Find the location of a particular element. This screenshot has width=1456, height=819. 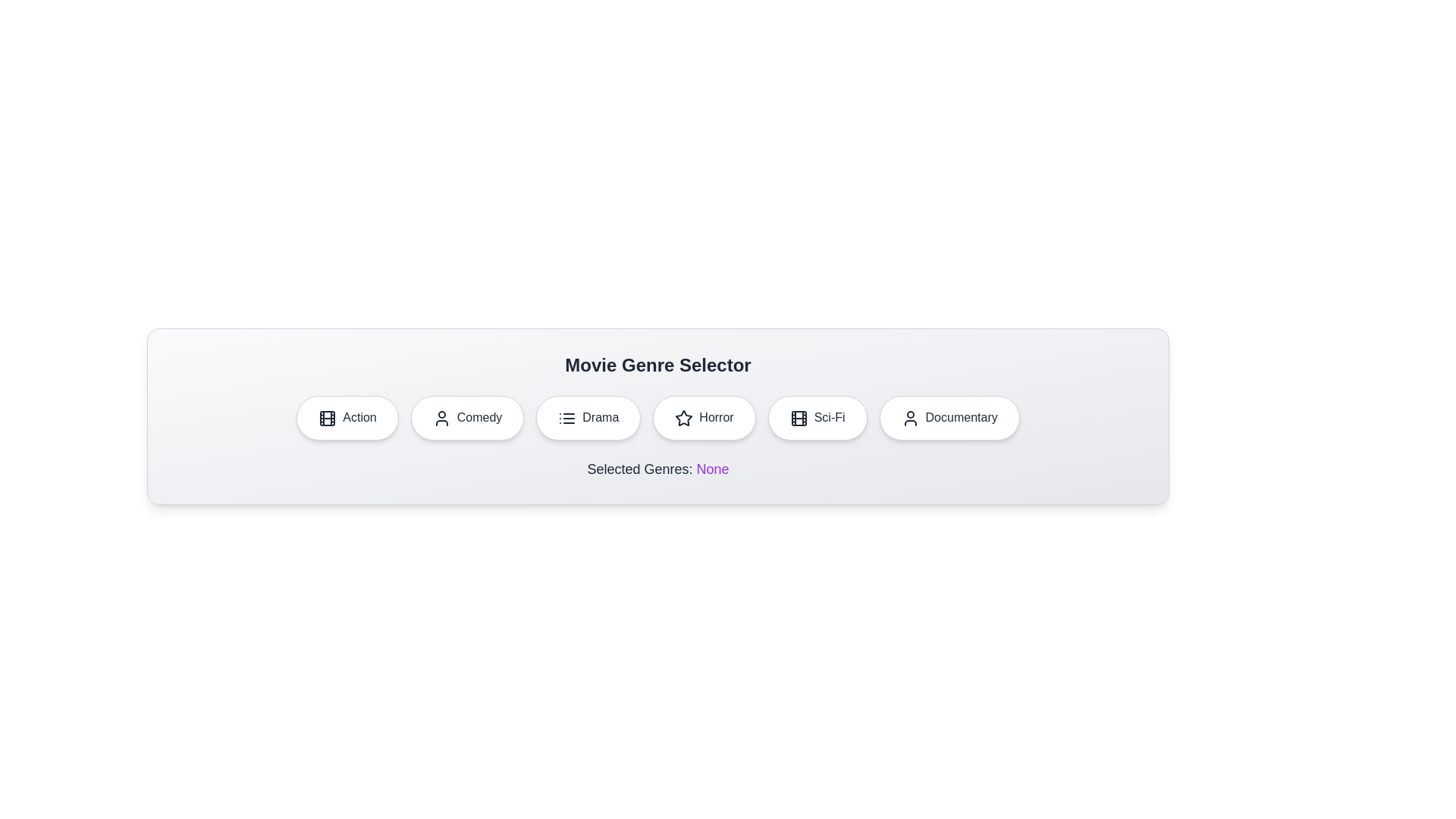

the decorative icon representing the 'Drama' genre, which is the third button from the left in a horizontal layout of six genre buttons is located at coordinates (566, 418).